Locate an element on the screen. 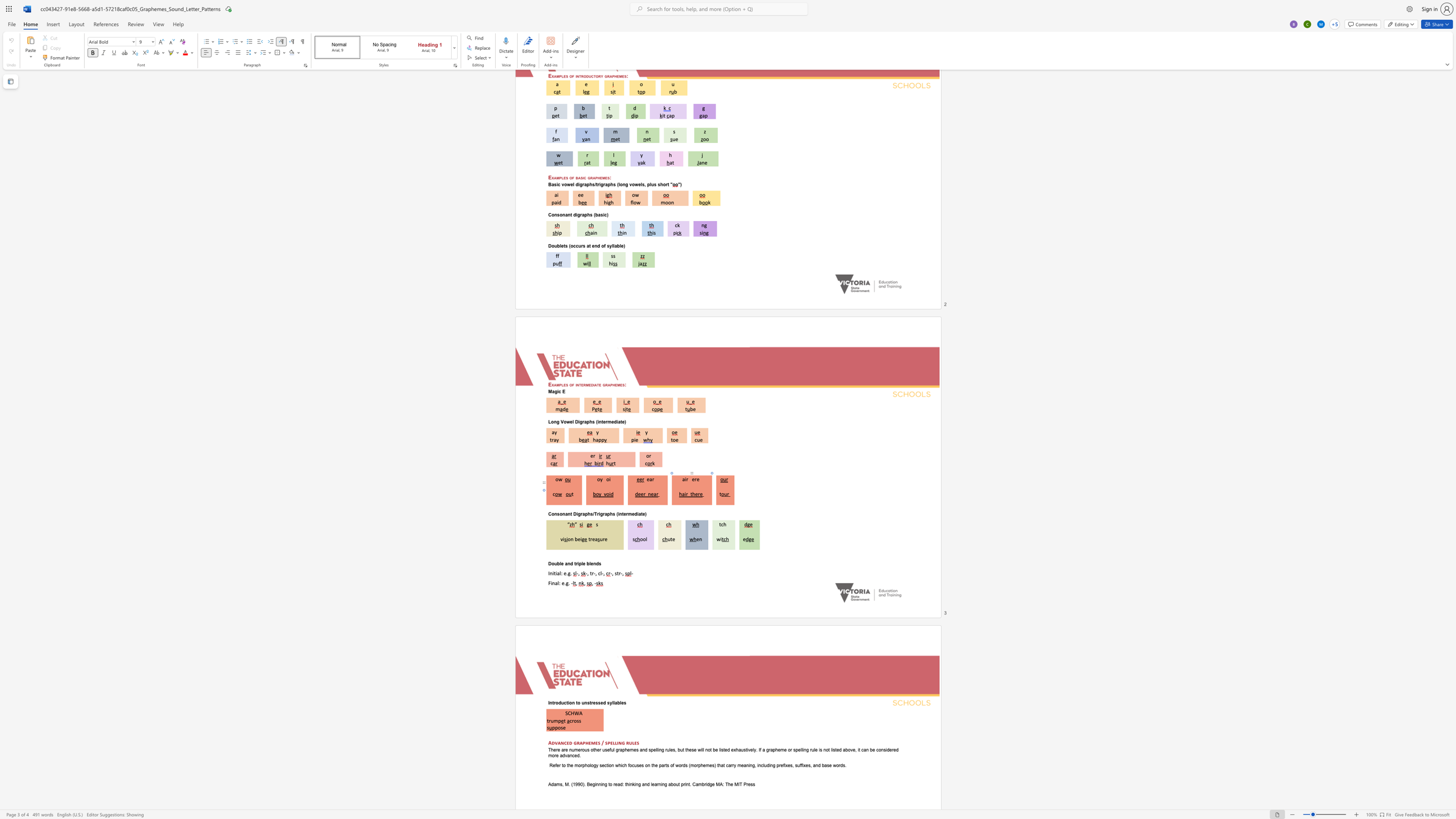  the 1th character "c" in the text is located at coordinates (599, 573).